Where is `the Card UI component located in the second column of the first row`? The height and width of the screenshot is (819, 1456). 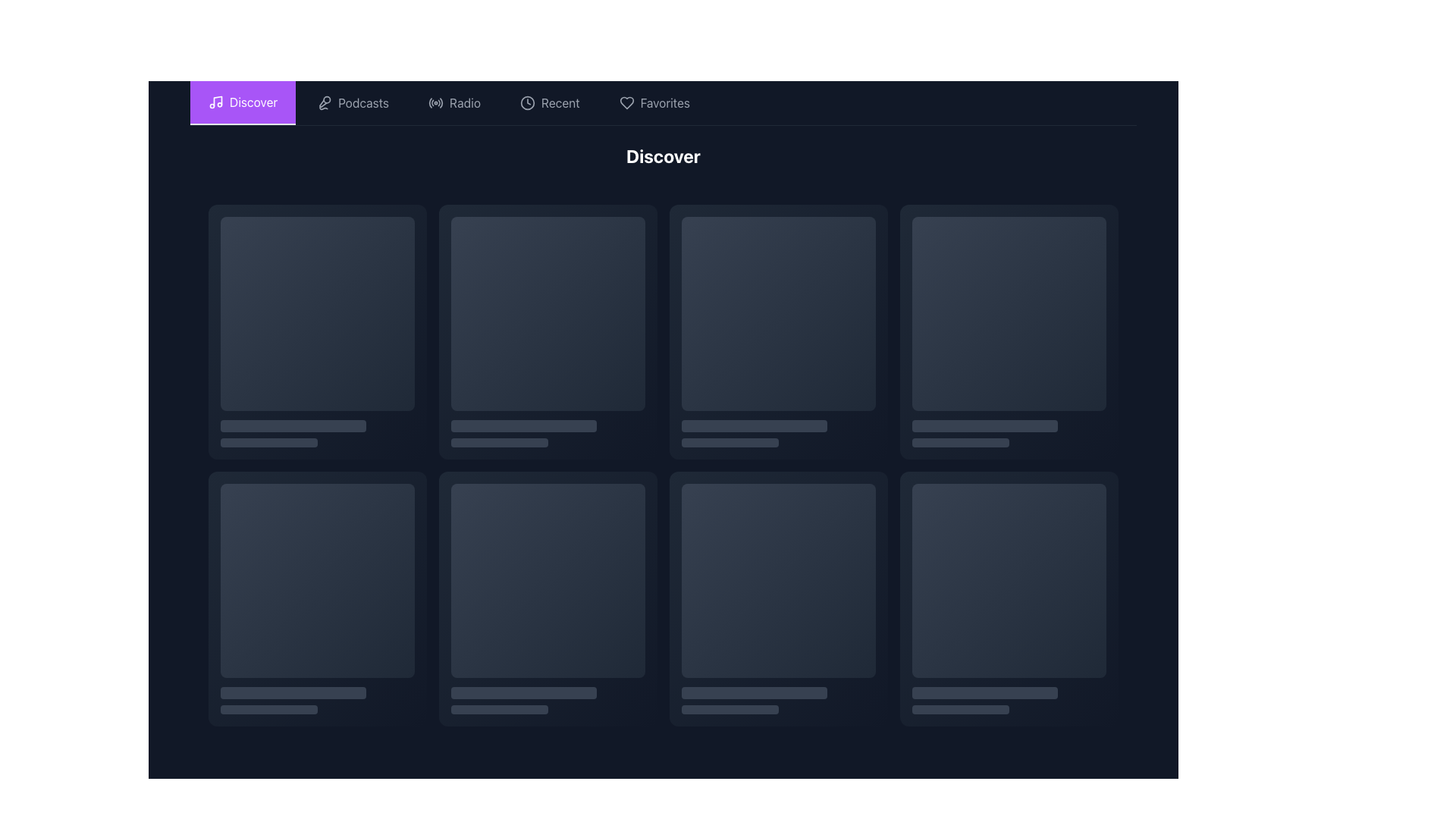
the Card UI component located in the second column of the first row is located at coordinates (548, 331).